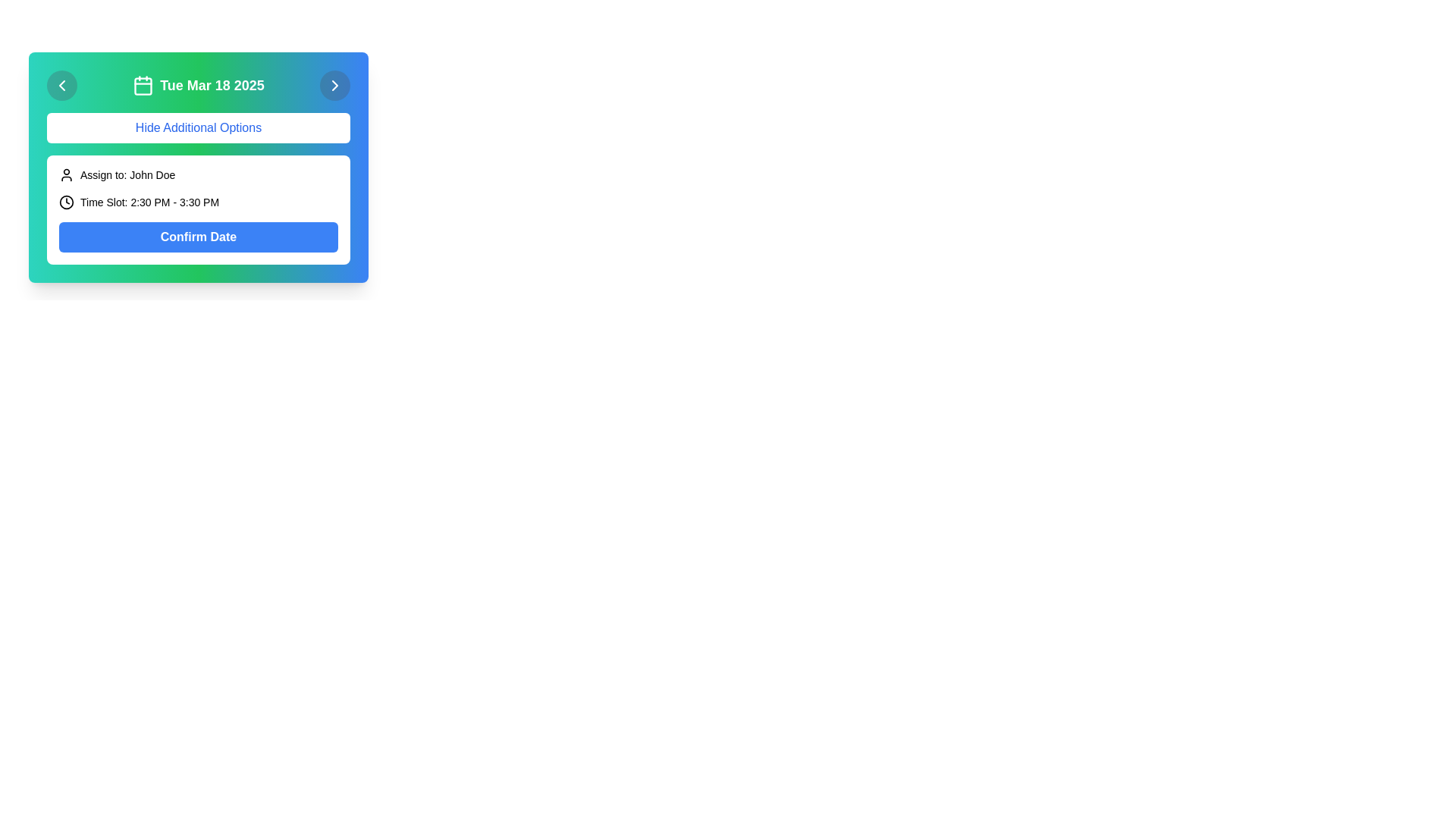 The width and height of the screenshot is (1456, 819). What do you see at coordinates (334, 85) in the screenshot?
I see `the chevron icon pointing right located at the top-right corner of the card interface` at bounding box center [334, 85].